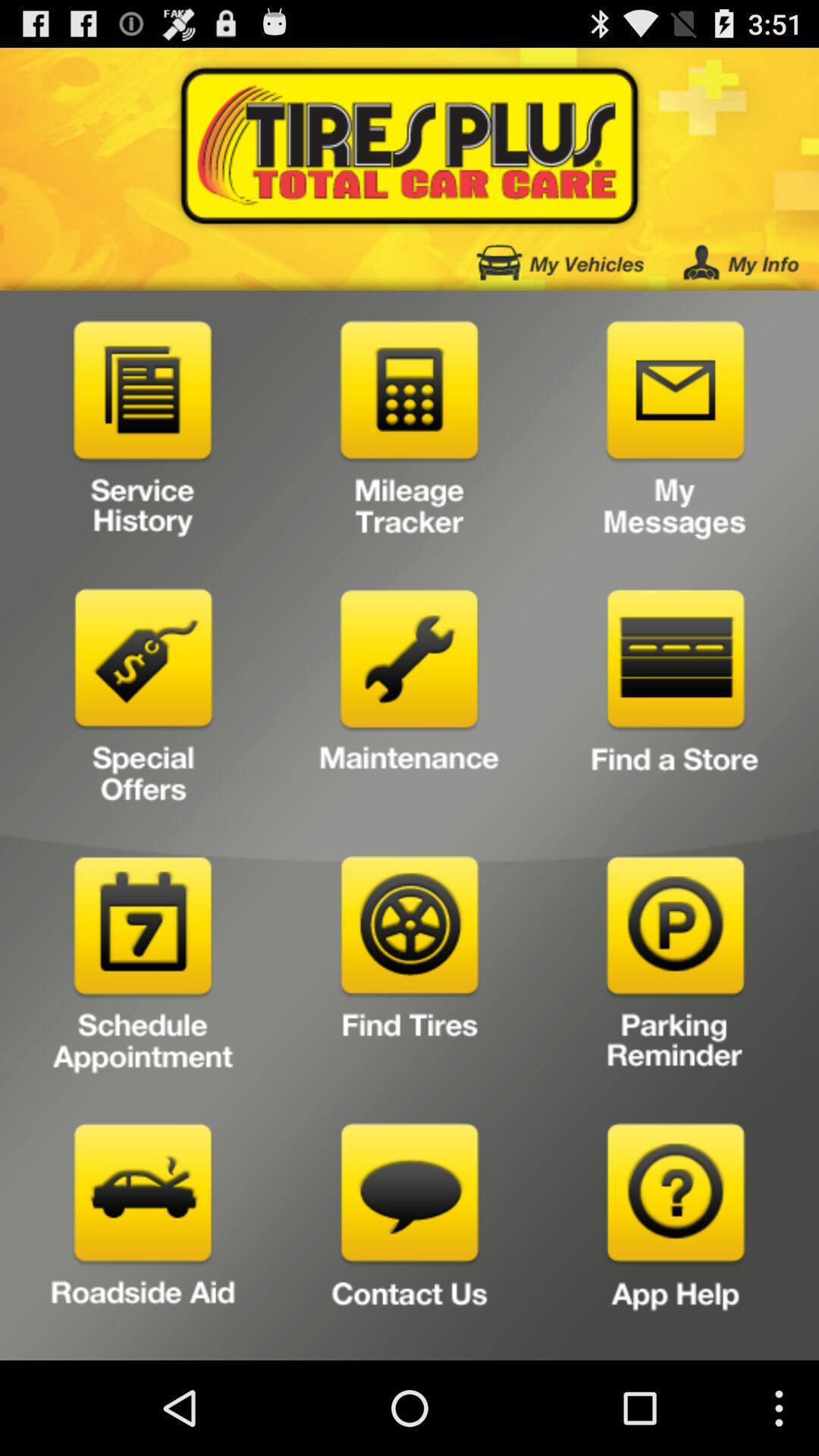  I want to click on app helper option, so click(675, 1236).